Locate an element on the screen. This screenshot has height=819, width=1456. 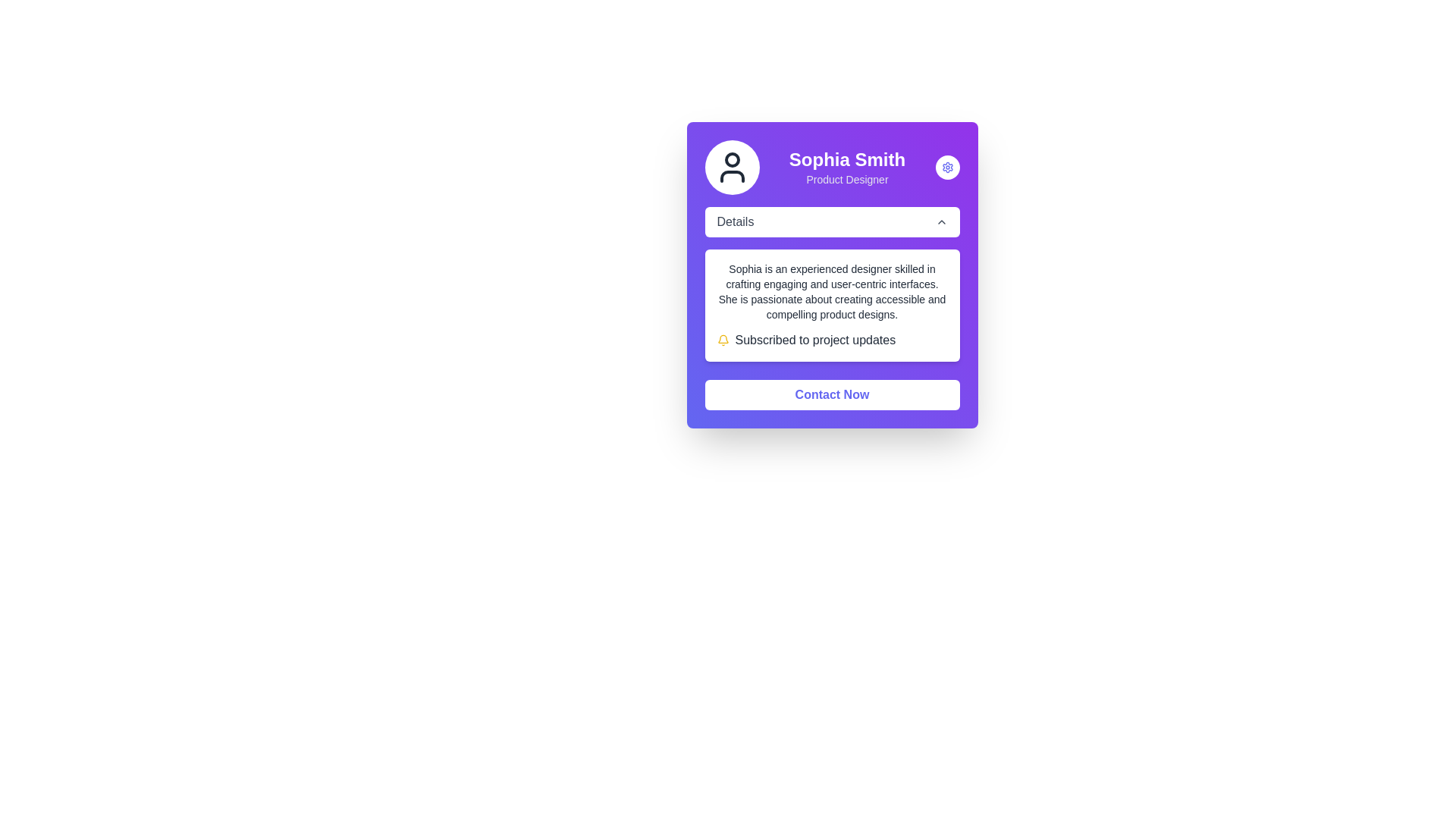
the lower main body part of the bell icon with a yellow outline located in the top-right corner of the profile card interface is located at coordinates (722, 338).